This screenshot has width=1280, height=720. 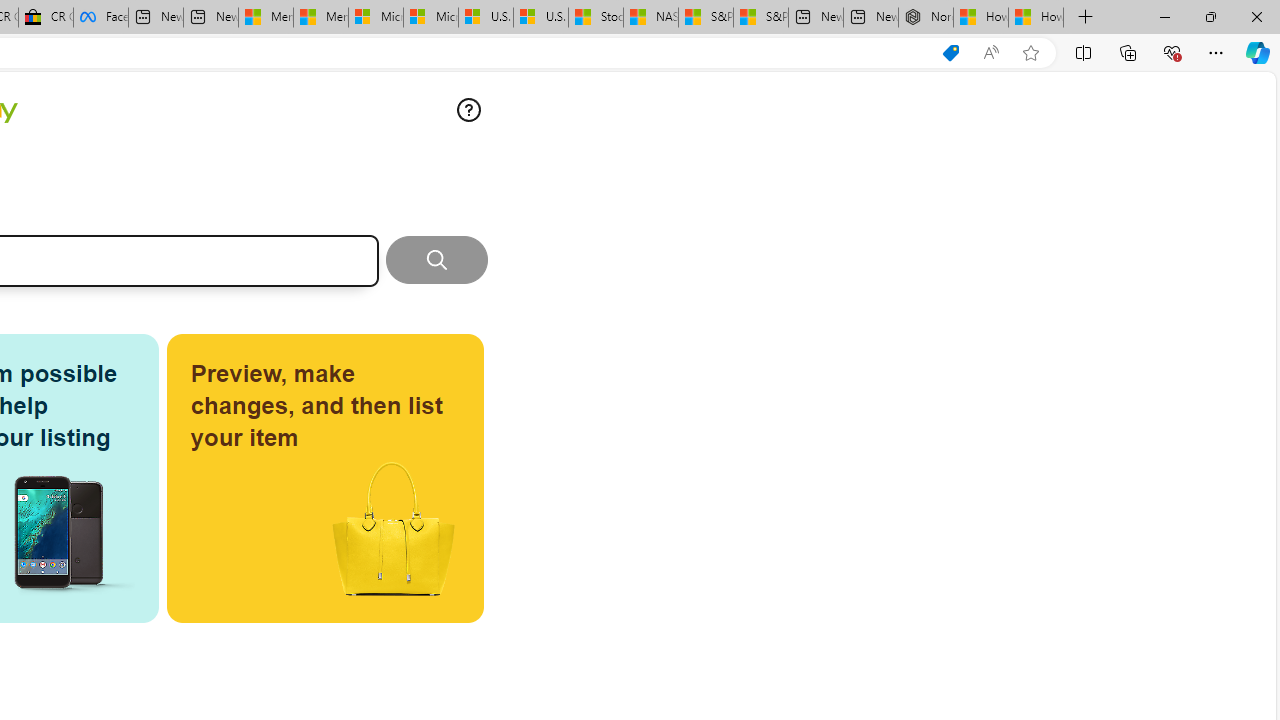 What do you see at coordinates (468, 110) in the screenshot?
I see `'Comment about your experience on this page.'` at bounding box center [468, 110].